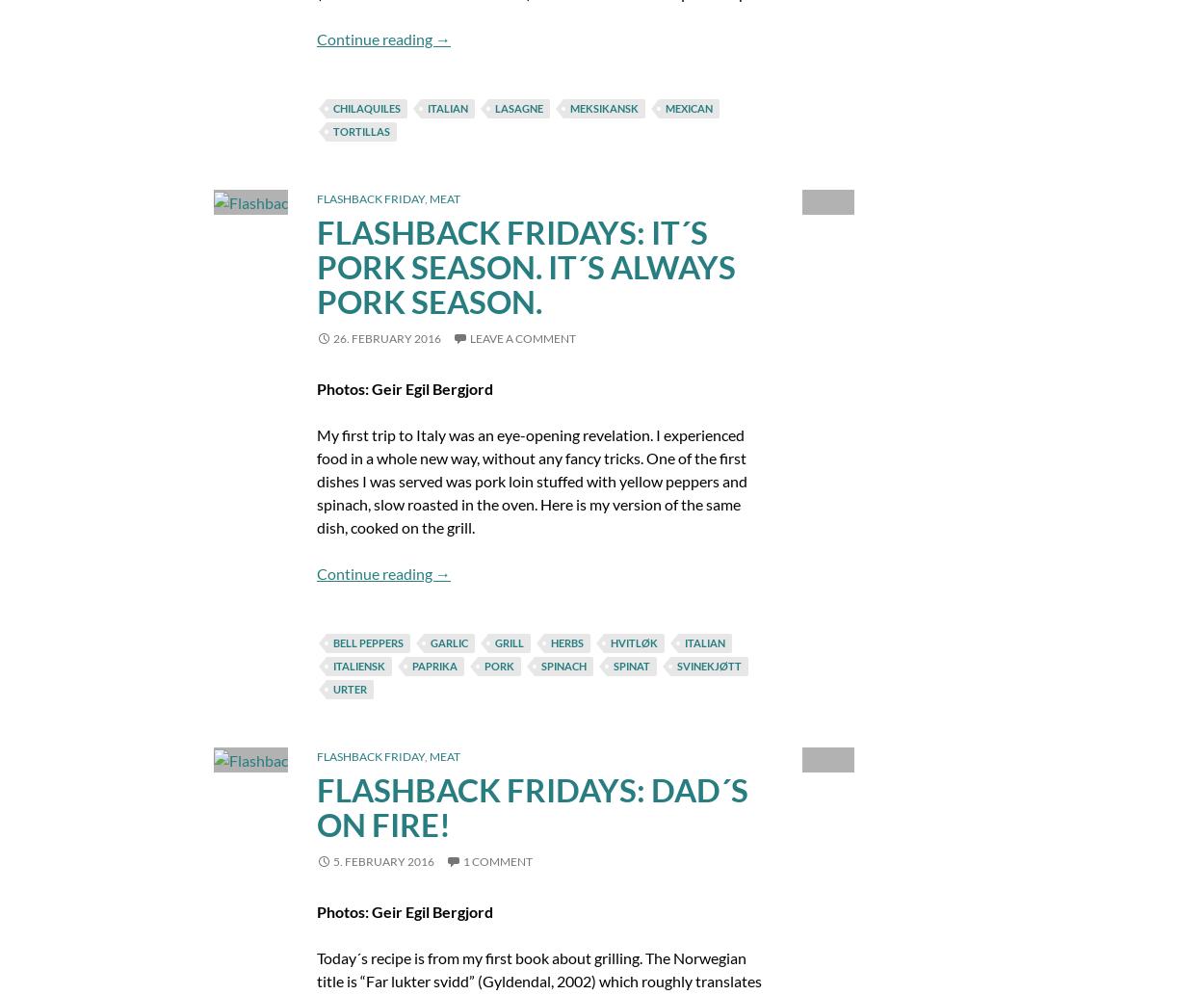  What do you see at coordinates (331, 641) in the screenshot?
I see `'bell peppers'` at bounding box center [331, 641].